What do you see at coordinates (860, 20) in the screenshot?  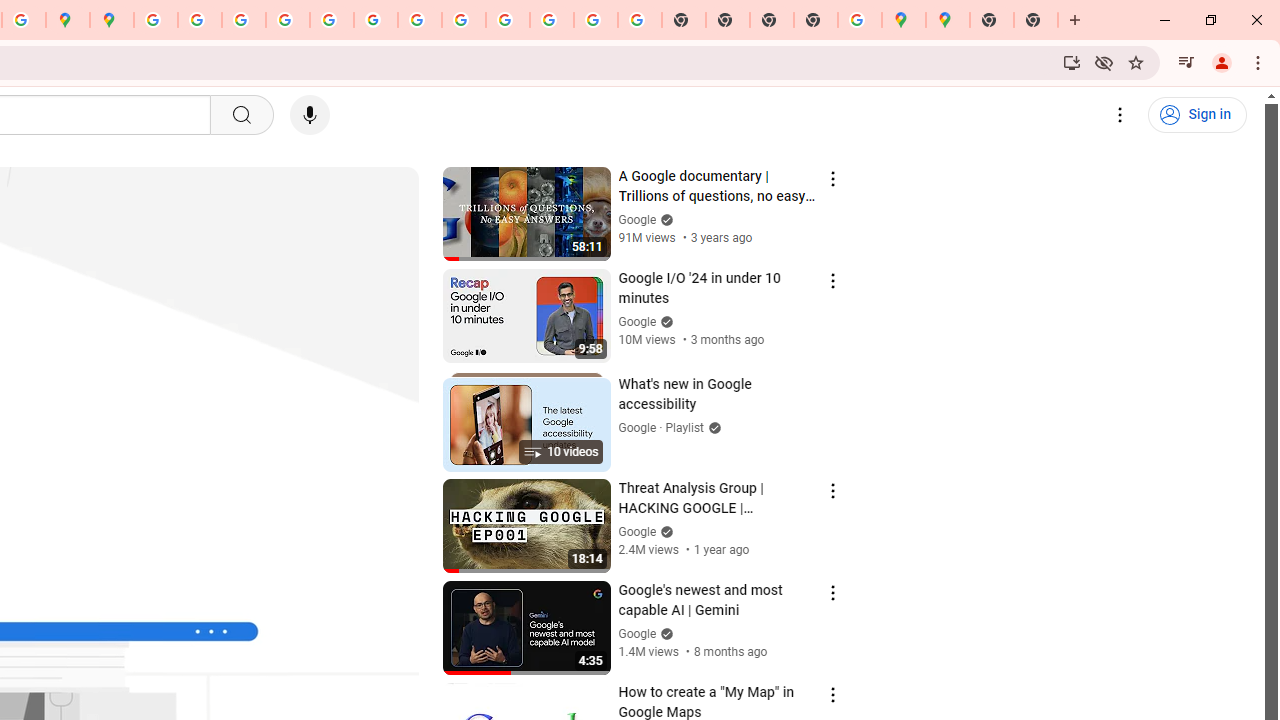 I see `'Use Google Maps in Space - Google Maps Help'` at bounding box center [860, 20].